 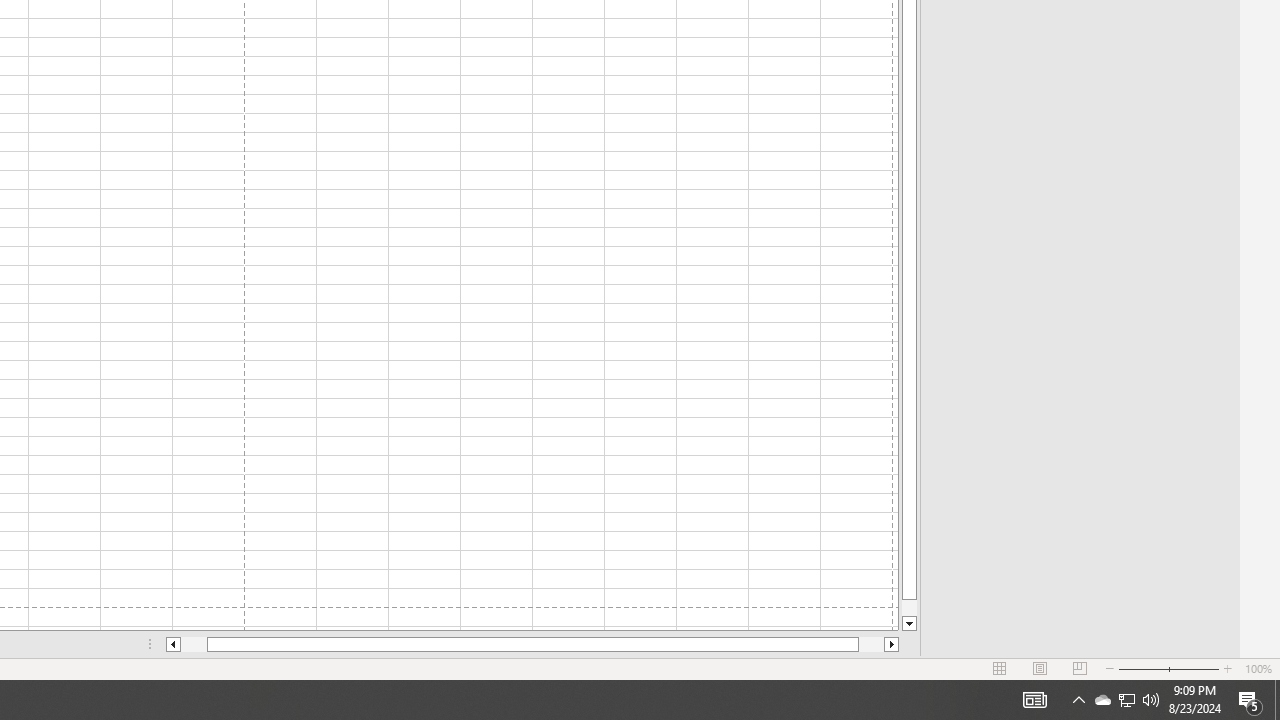 What do you see at coordinates (1226, 669) in the screenshot?
I see `'Zoom In'` at bounding box center [1226, 669].